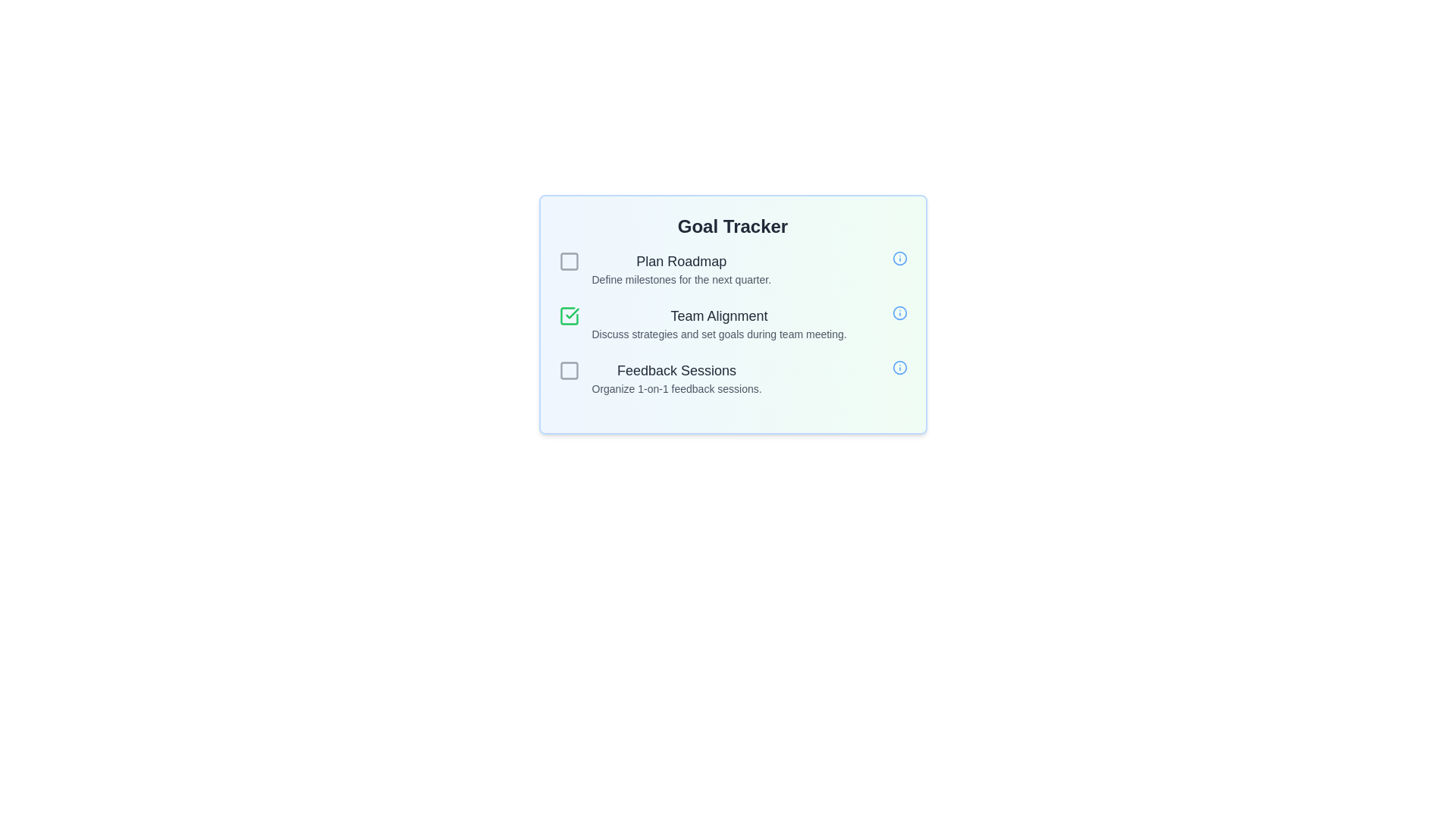 The width and height of the screenshot is (1456, 819). What do you see at coordinates (680, 268) in the screenshot?
I see `the Text Label that provides the task title 'Plan Roadmap' and description 'Define milestones for the next quarter.'` at bounding box center [680, 268].